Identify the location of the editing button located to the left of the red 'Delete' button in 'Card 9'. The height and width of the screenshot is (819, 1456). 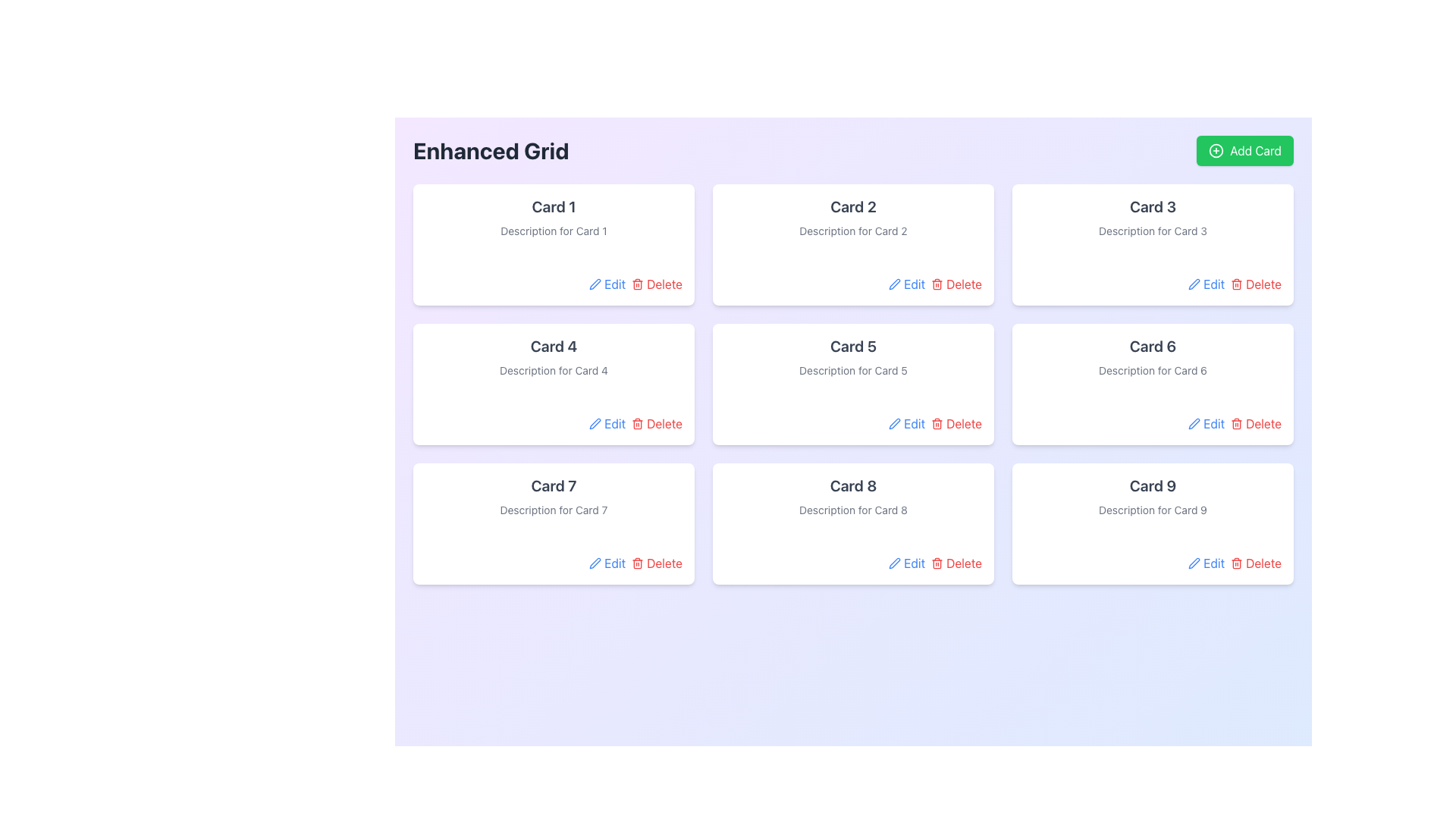
(1194, 563).